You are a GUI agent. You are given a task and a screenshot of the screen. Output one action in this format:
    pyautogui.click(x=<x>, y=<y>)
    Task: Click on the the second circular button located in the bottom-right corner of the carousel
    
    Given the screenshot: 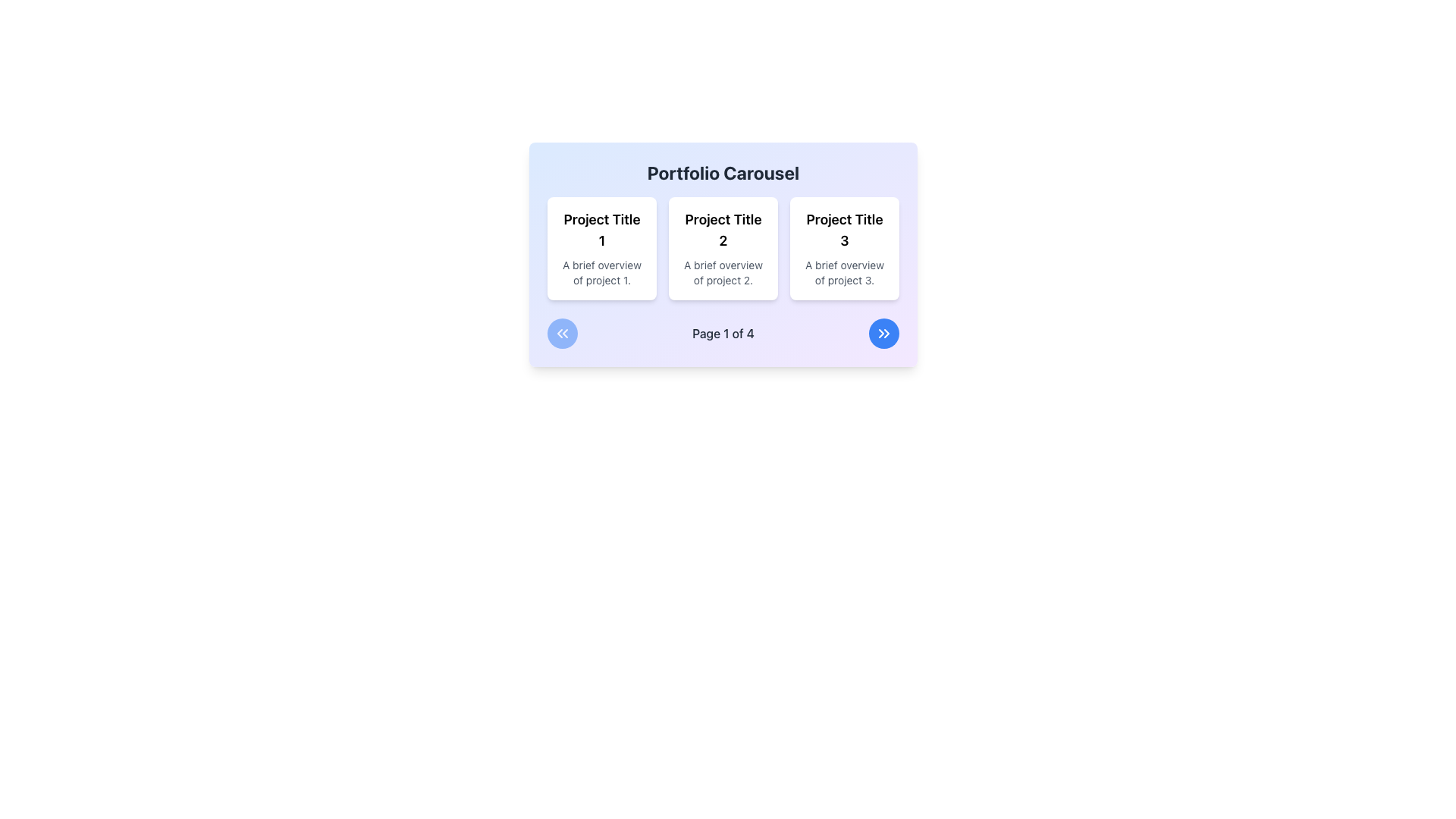 What is the action you would take?
    pyautogui.click(x=884, y=332)
    